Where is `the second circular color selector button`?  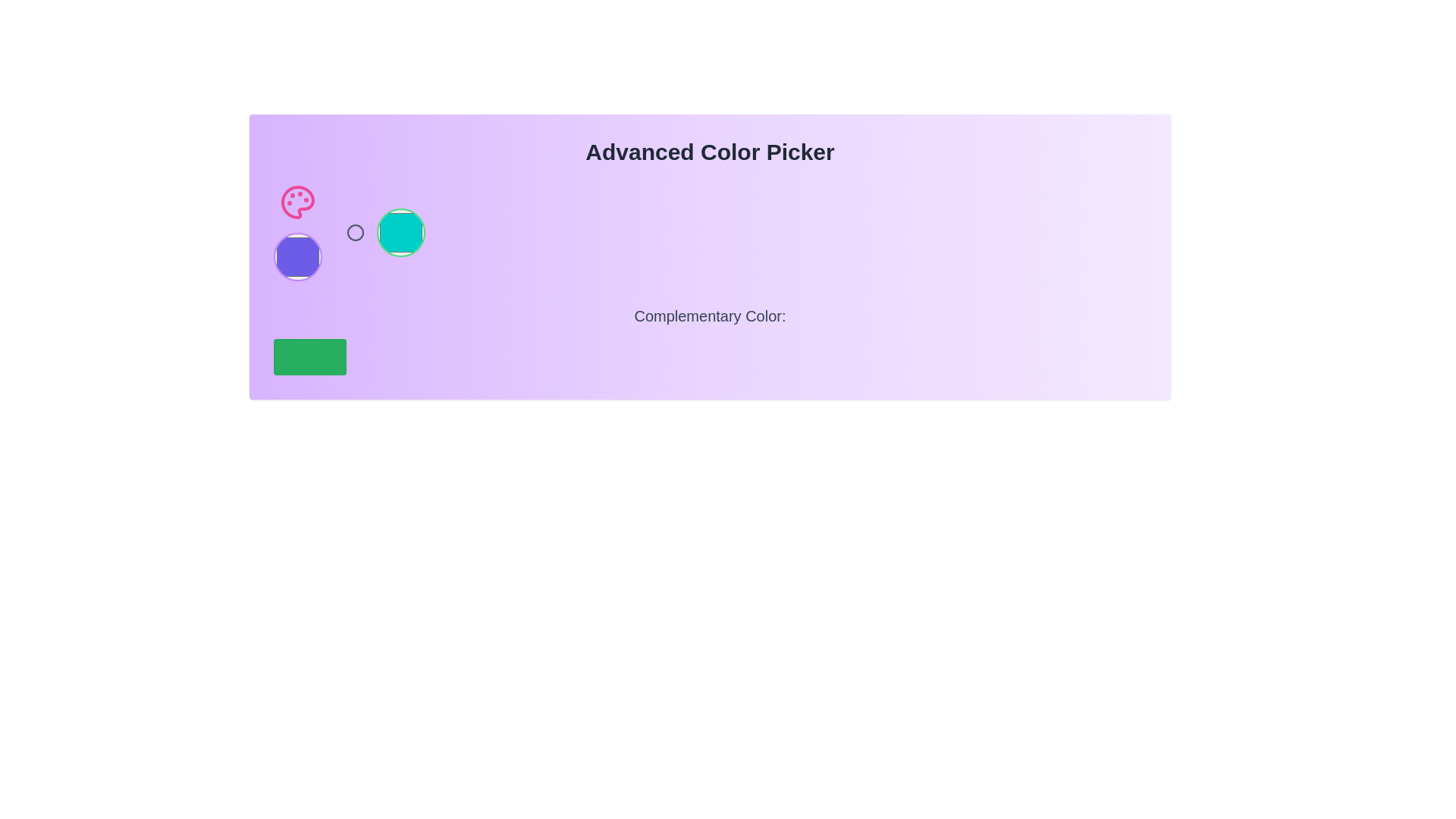
the second circular color selector button is located at coordinates (385, 233).